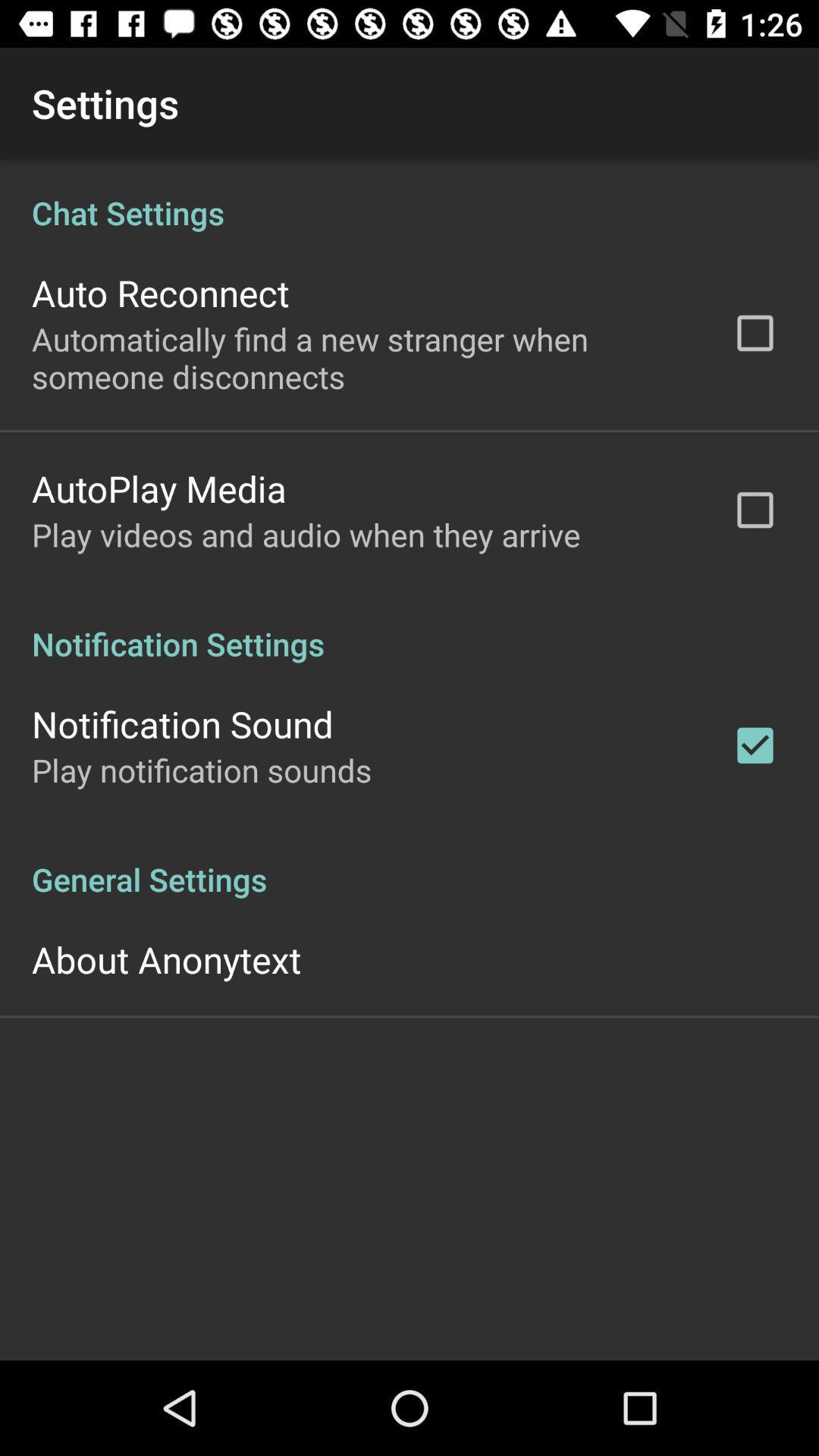 Image resolution: width=819 pixels, height=1456 pixels. What do you see at coordinates (181, 723) in the screenshot?
I see `the notification sound` at bounding box center [181, 723].